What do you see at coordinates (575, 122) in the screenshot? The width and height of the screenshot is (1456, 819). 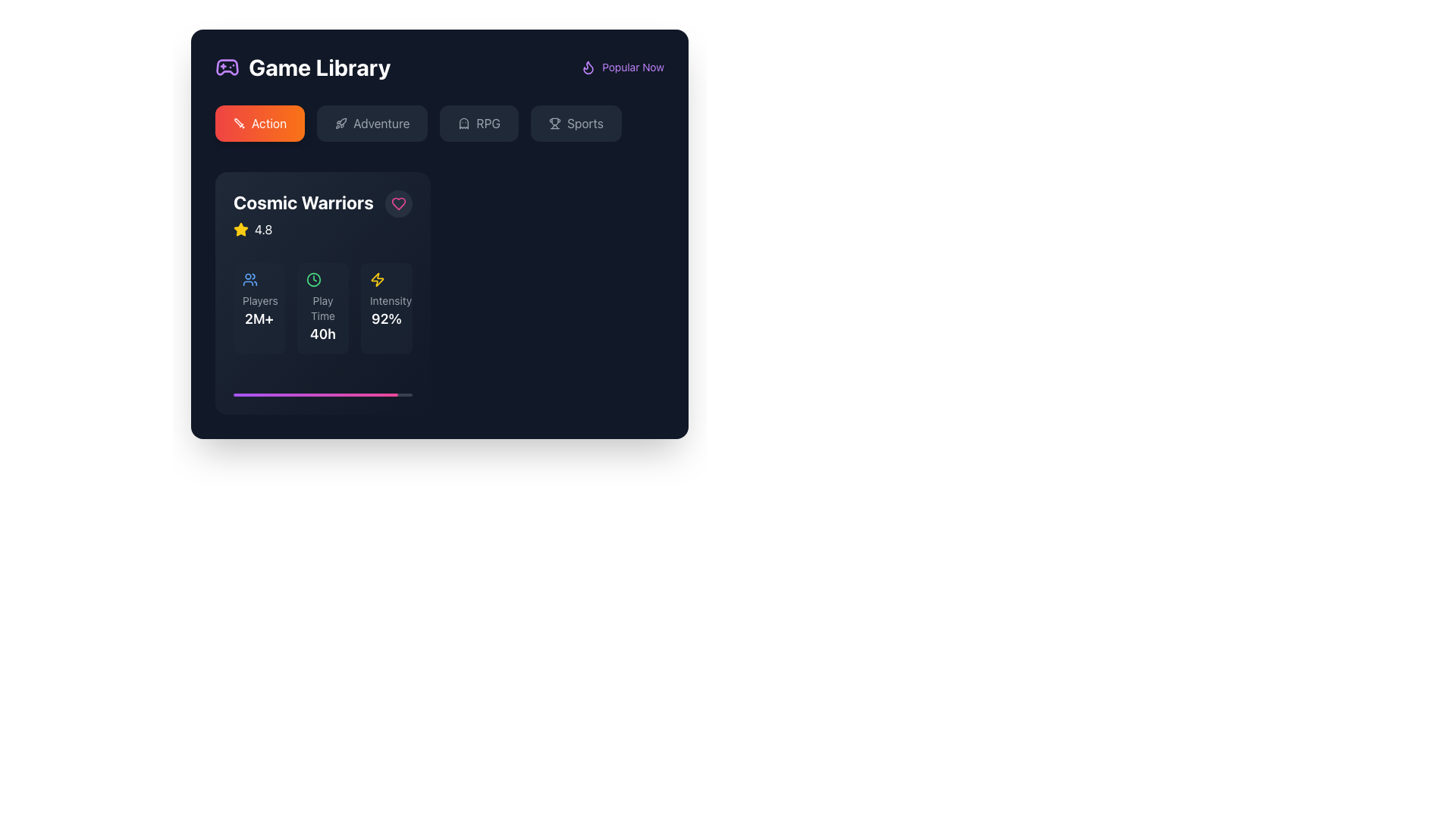 I see `the 'Sports' button, which has a dark gray background and a trophy icon` at bounding box center [575, 122].